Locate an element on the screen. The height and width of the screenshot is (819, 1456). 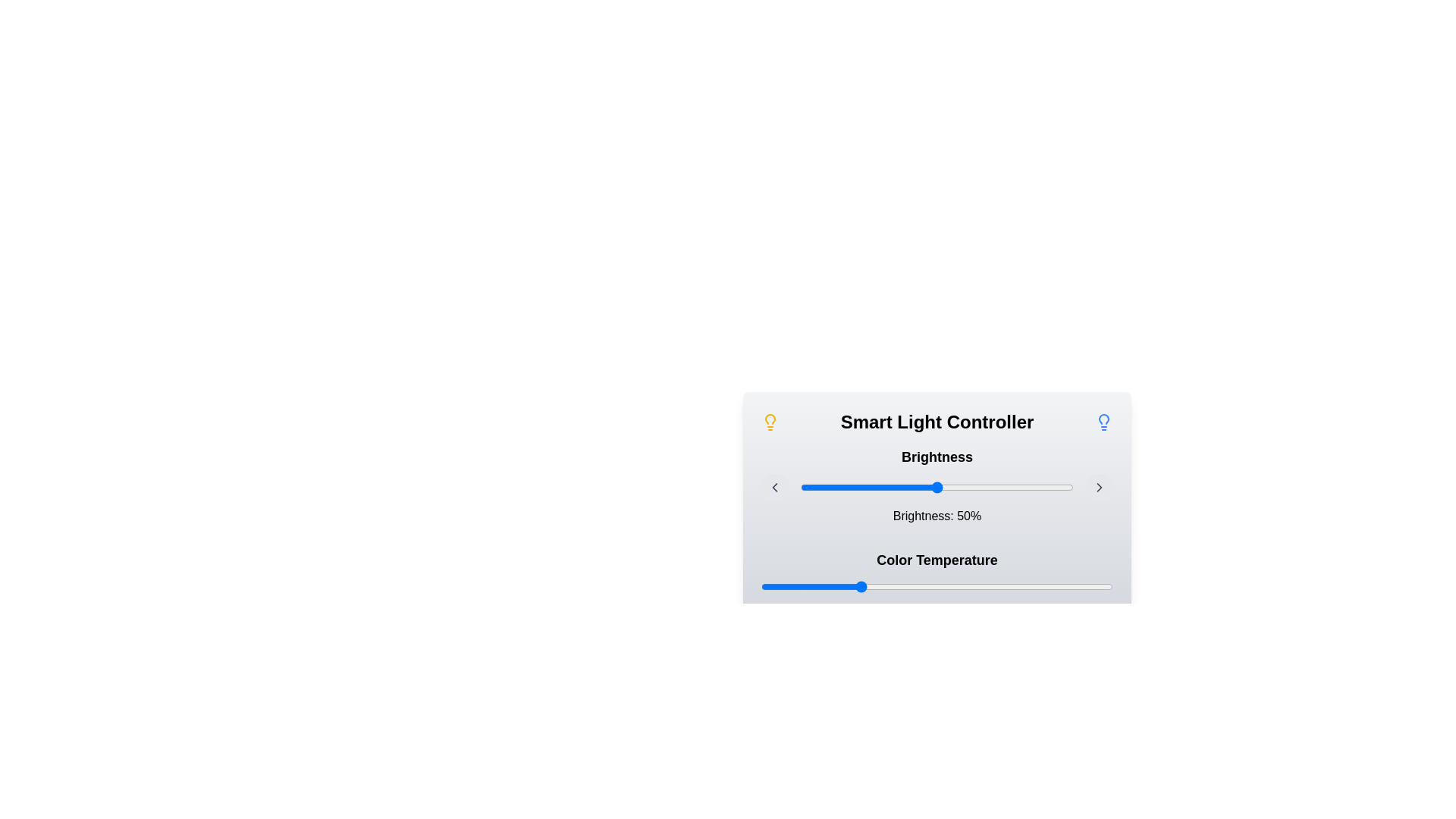
color temperature is located at coordinates (912, 586).